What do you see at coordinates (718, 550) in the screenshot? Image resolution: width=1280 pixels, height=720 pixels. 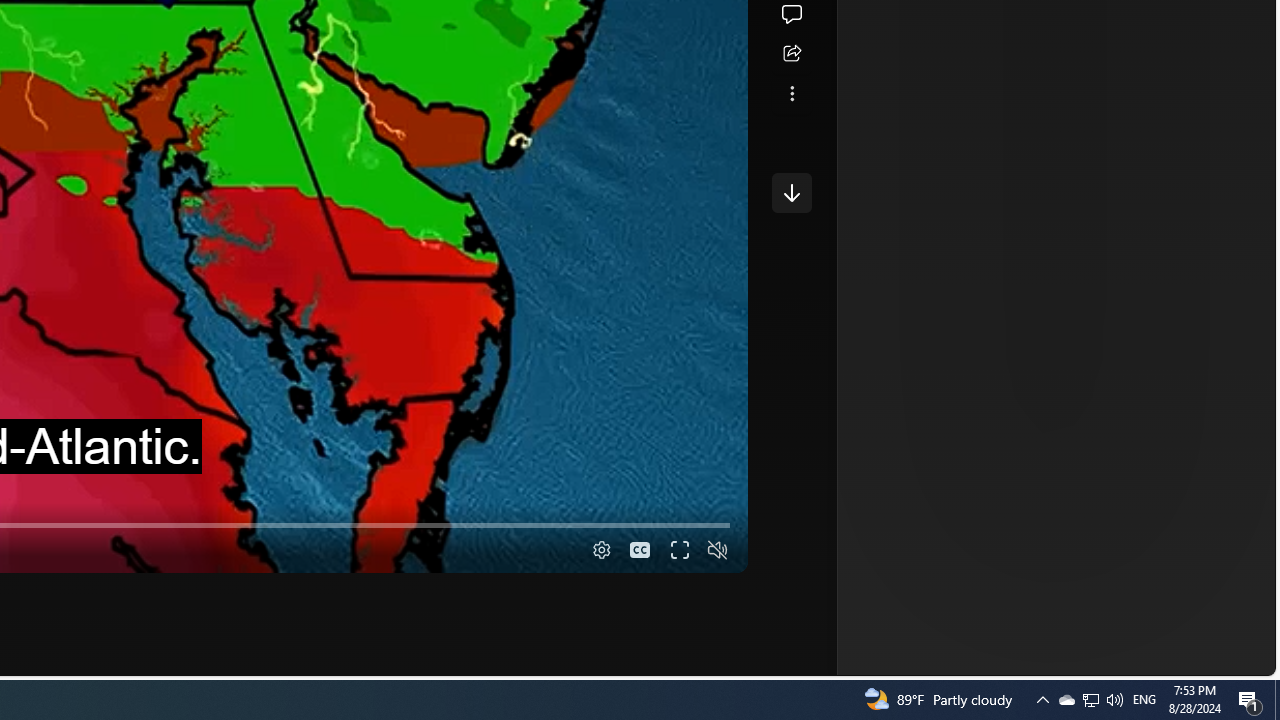 I see `'Unmute'` at bounding box center [718, 550].